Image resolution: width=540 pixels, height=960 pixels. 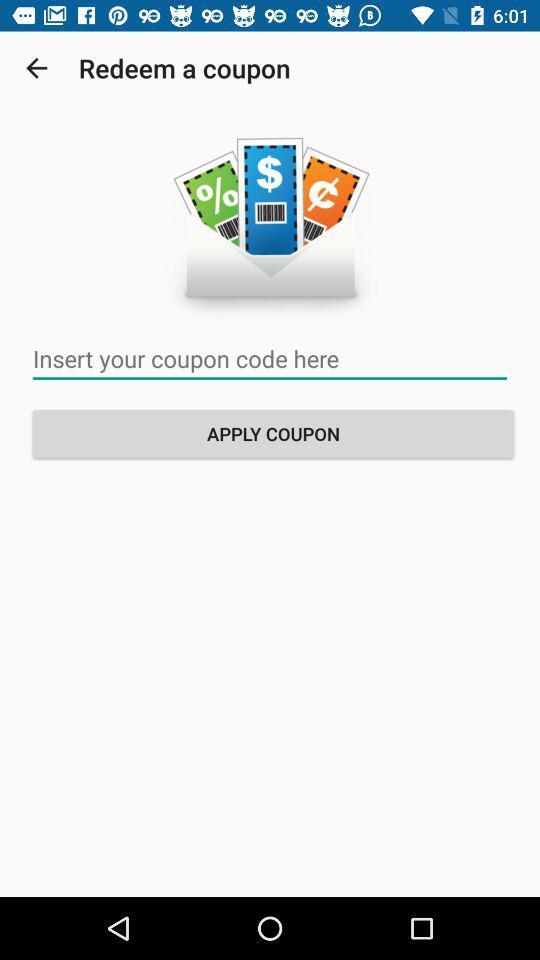 I want to click on item at the top left corner, so click(x=36, y=68).